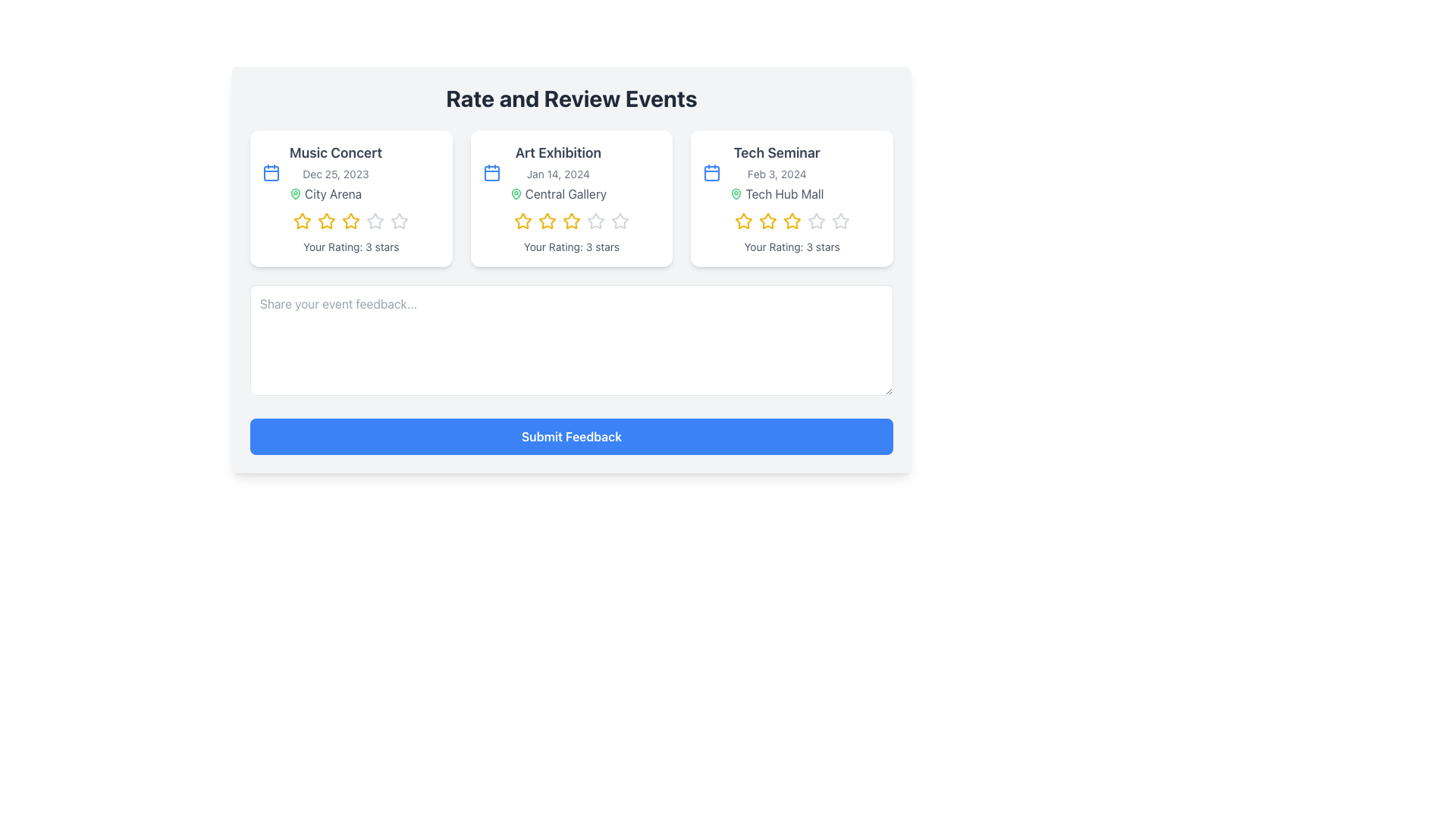 The image size is (1456, 819). I want to click on the map pin icon representing the Central Gallery location in the Art Exhibition card, so click(516, 193).